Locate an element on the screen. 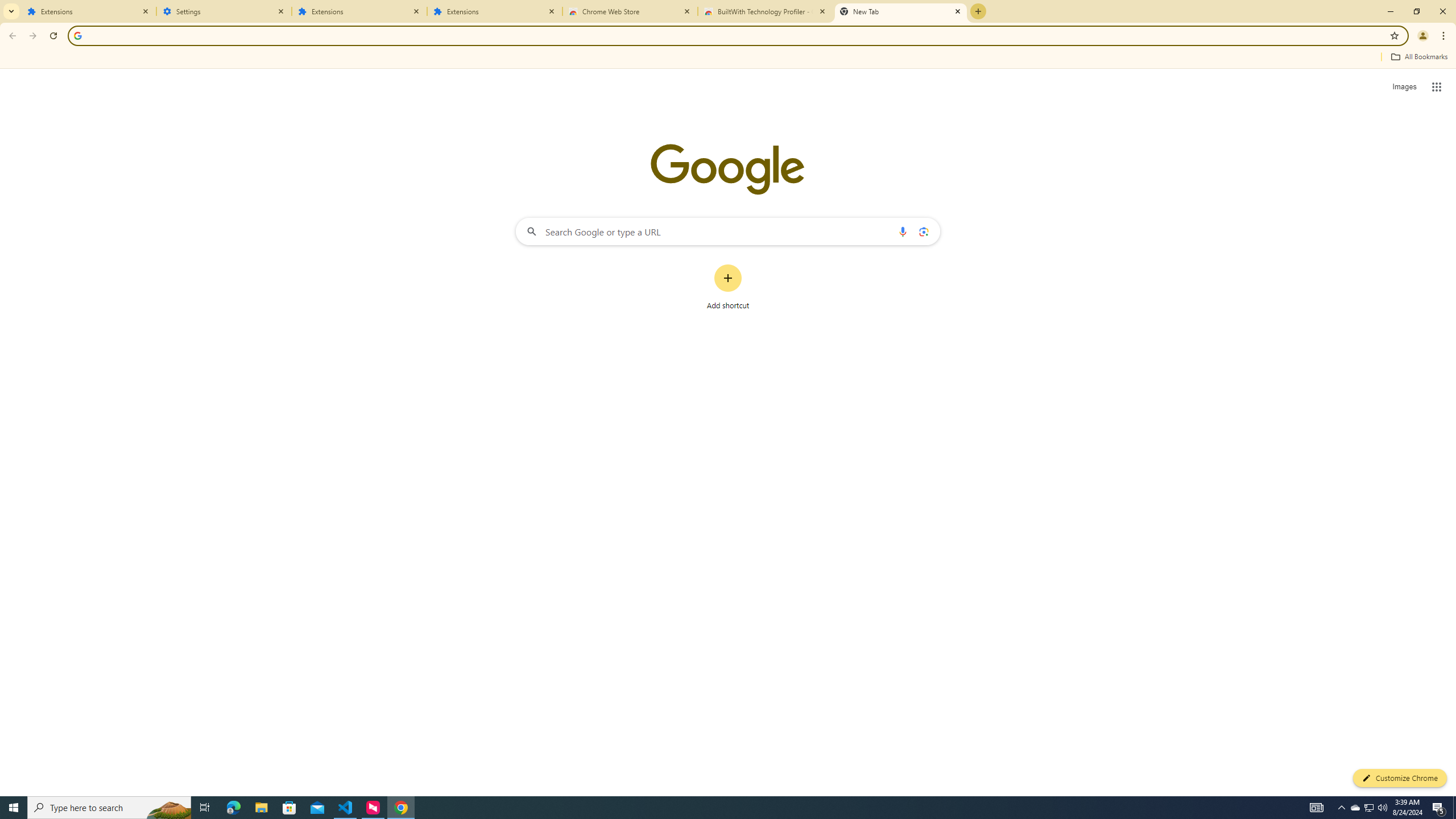 The image size is (1456, 819). 'Extensions' is located at coordinates (494, 11).